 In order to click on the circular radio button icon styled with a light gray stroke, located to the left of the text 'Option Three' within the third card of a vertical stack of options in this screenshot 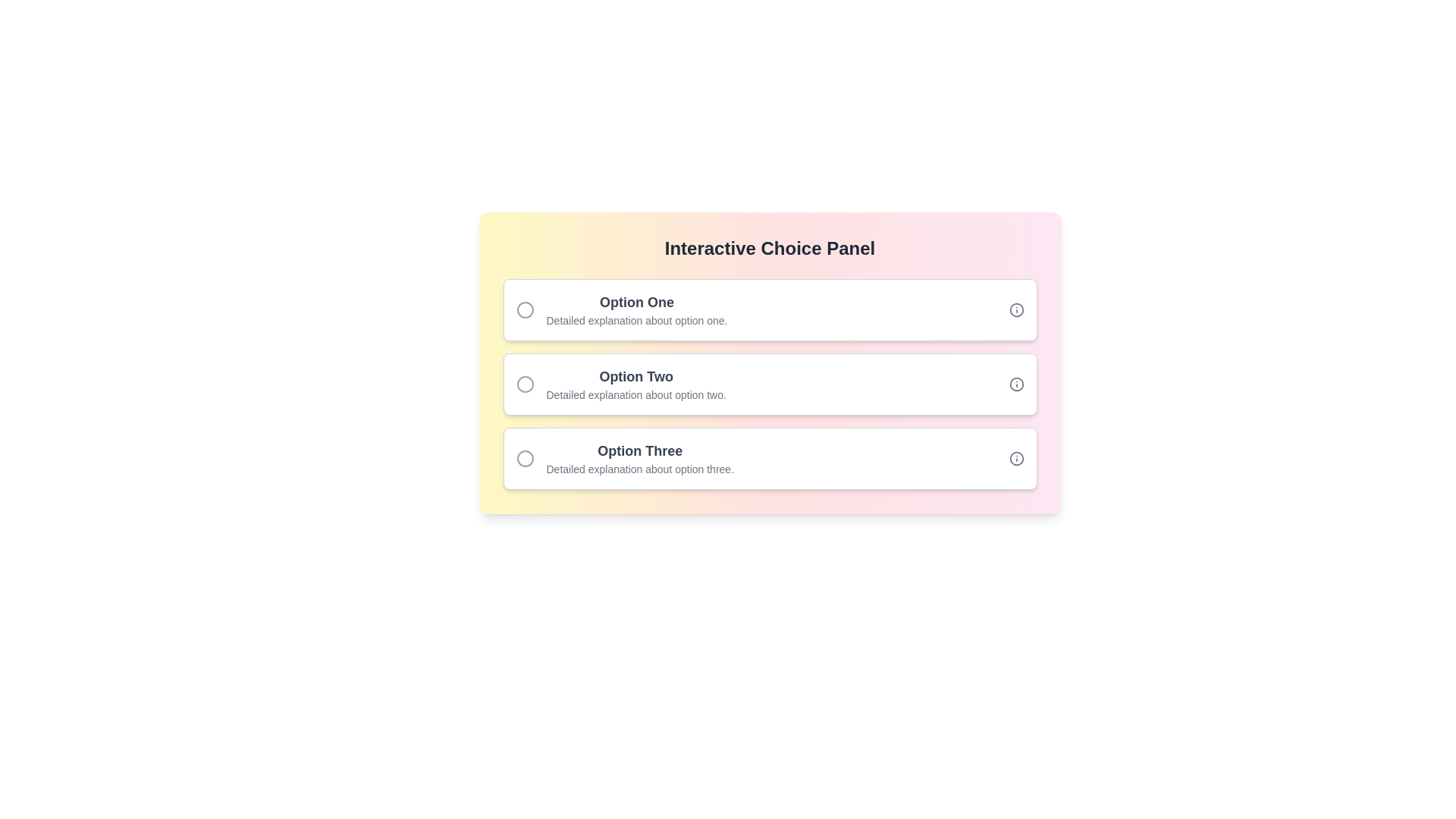, I will do `click(531, 458)`.